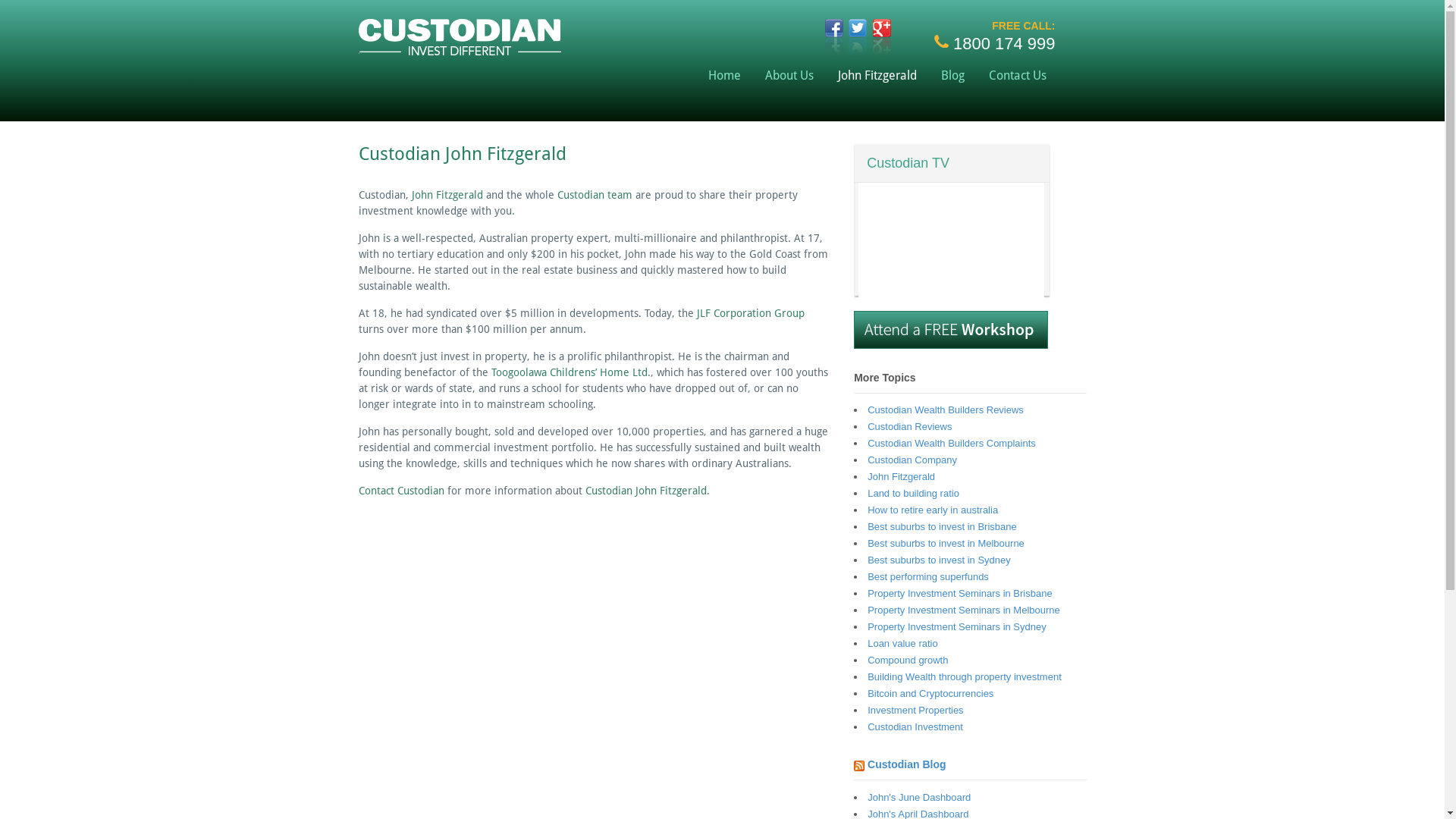  What do you see at coordinates (867, 710) in the screenshot?
I see `'Investment Properties'` at bounding box center [867, 710].